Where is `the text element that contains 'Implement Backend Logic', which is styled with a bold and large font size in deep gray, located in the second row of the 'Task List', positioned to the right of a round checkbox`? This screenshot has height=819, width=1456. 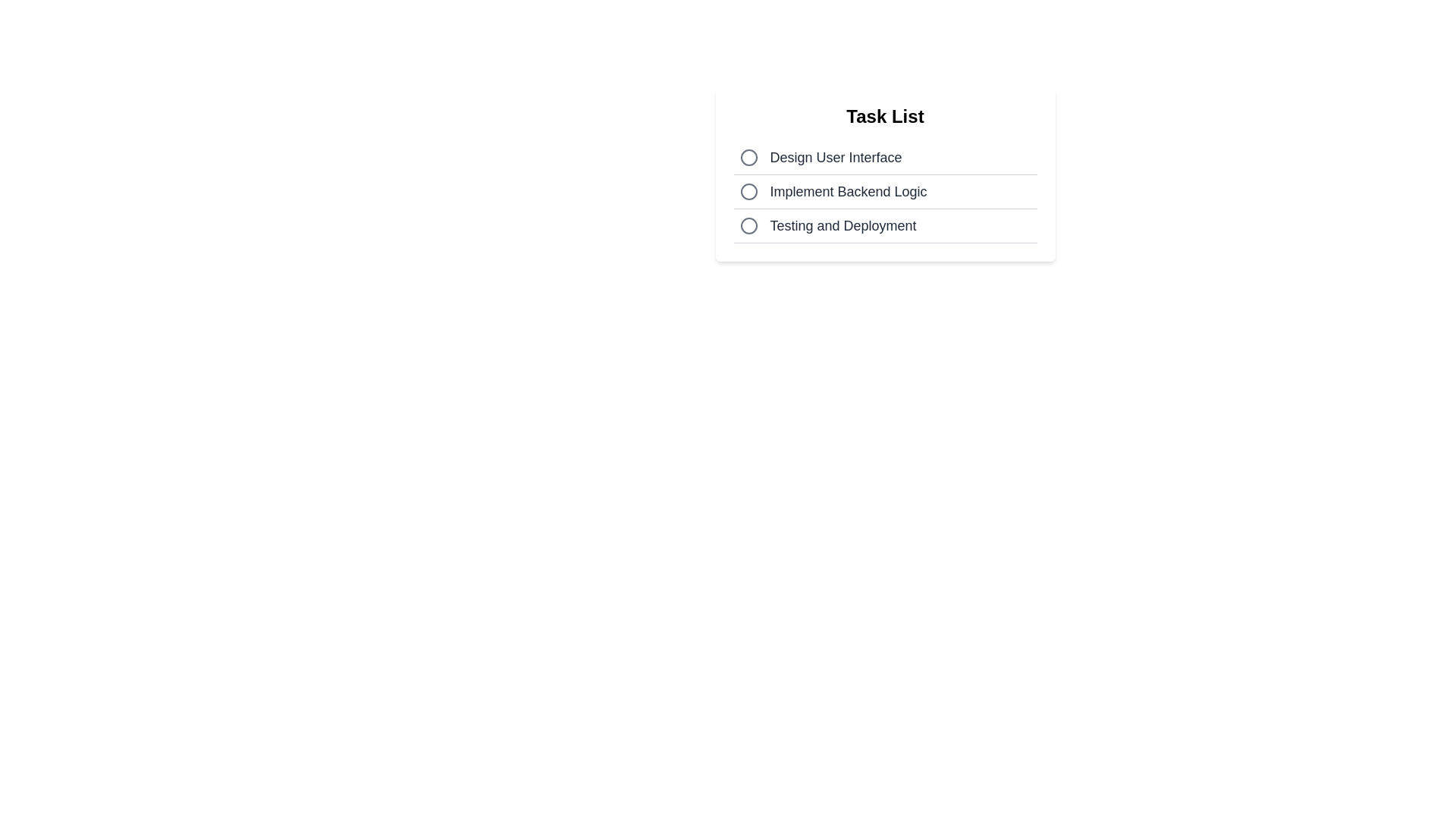
the text element that contains 'Implement Backend Logic', which is styled with a bold and large font size in deep gray, located in the second row of the 'Task List', positioned to the right of a round checkbox is located at coordinates (847, 191).